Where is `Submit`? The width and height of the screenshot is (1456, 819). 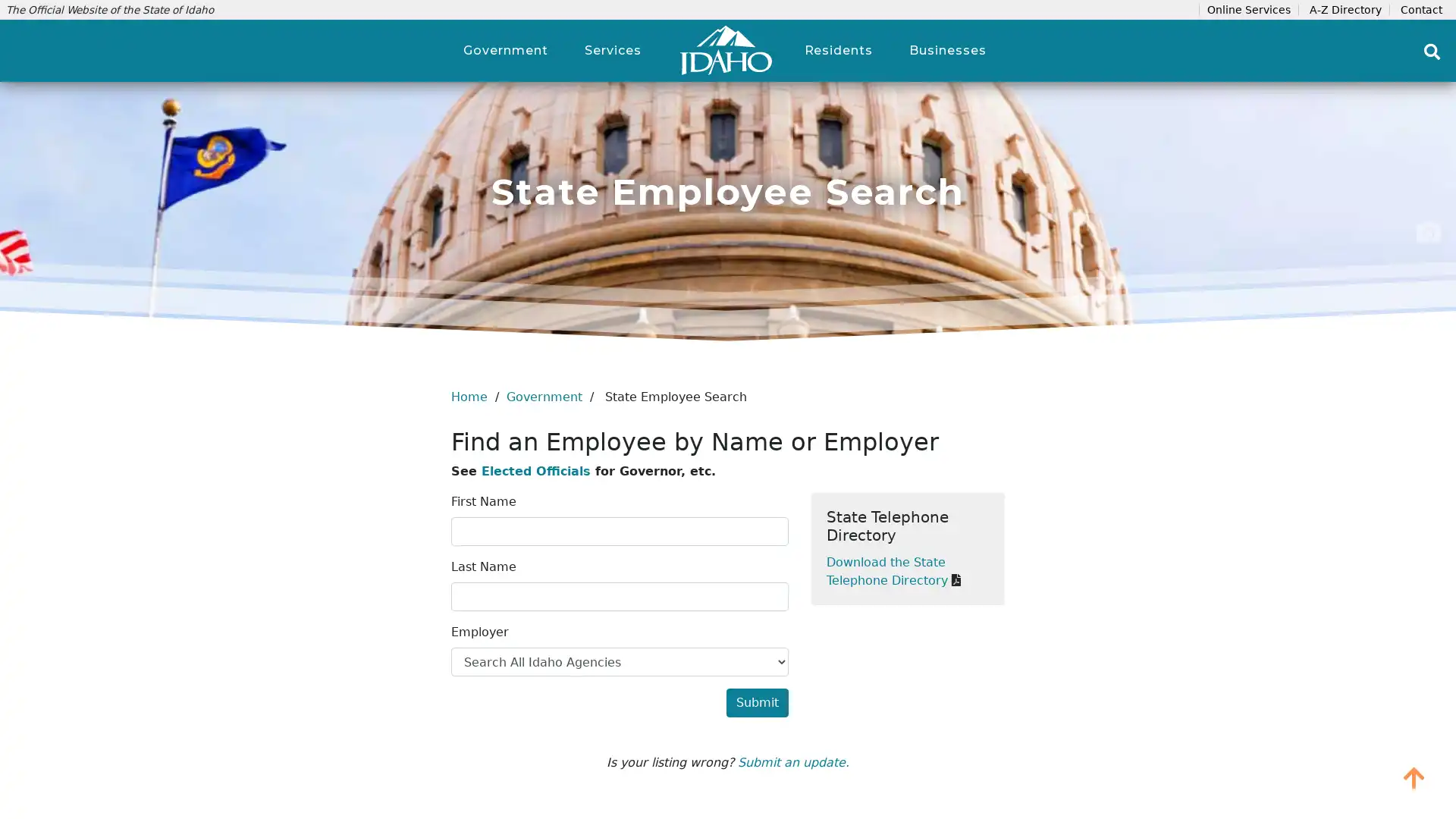 Submit is located at coordinates (757, 702).